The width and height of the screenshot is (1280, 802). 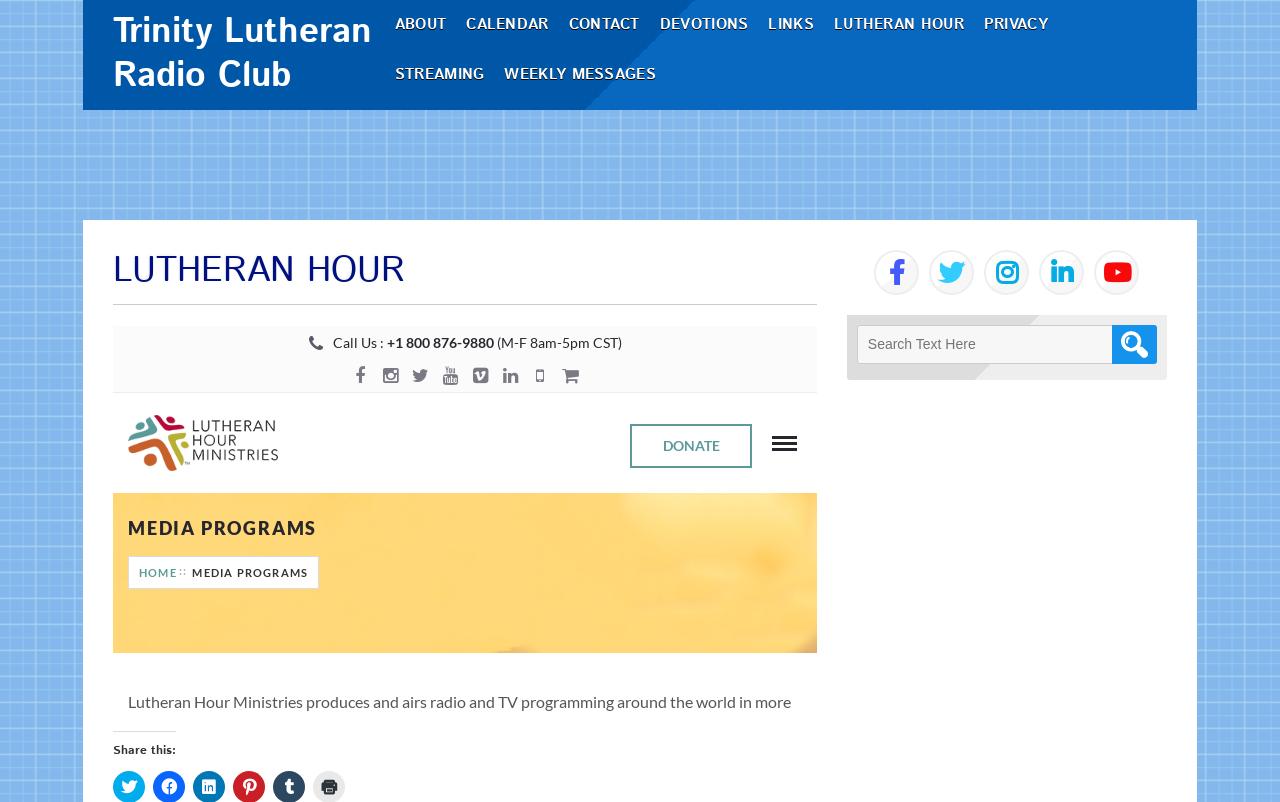 I want to click on 'Privacy', so click(x=1022, y=78).